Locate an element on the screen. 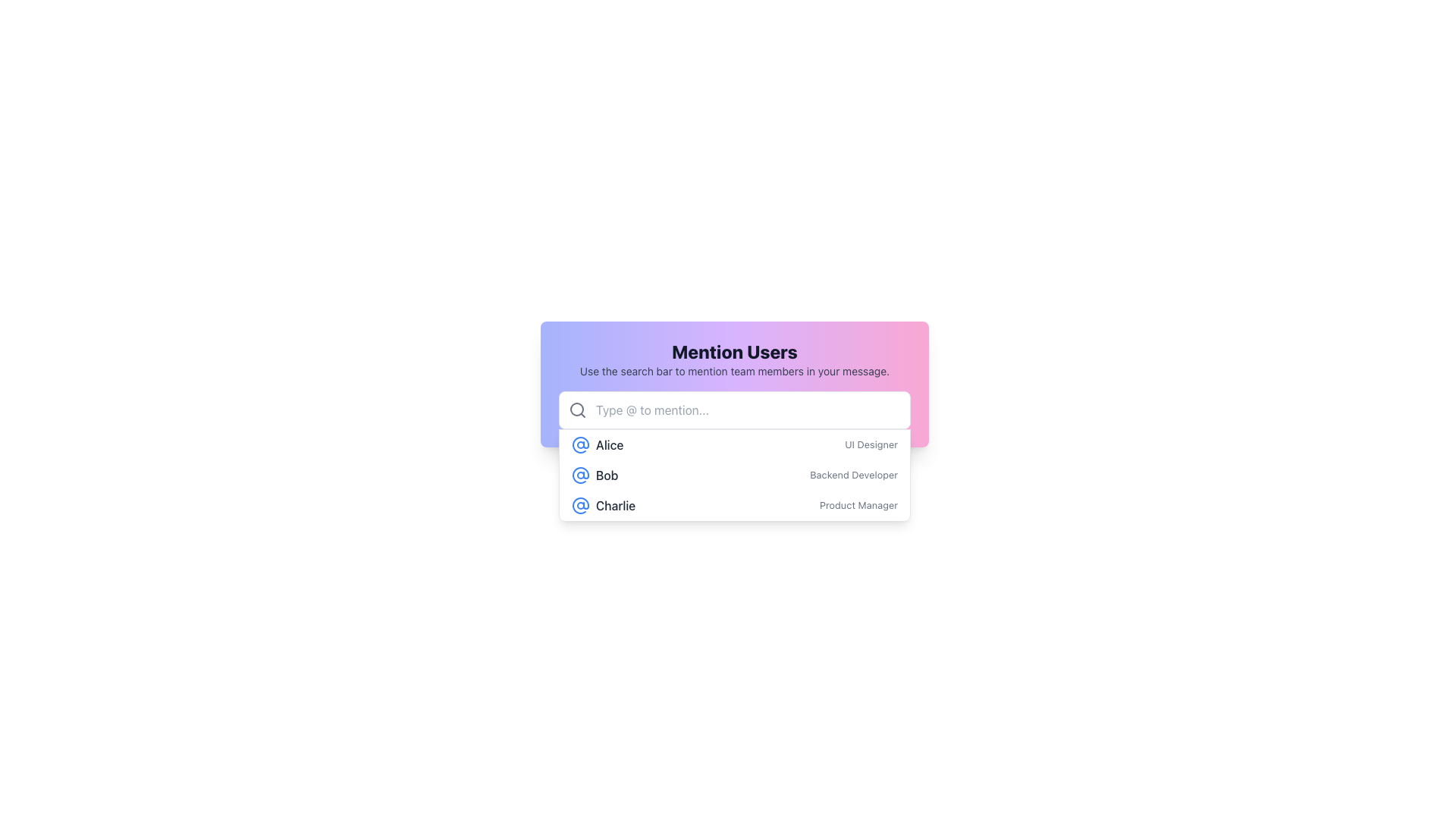 This screenshot has height=819, width=1456. the text label displaying 'Charlie' is located at coordinates (615, 506).